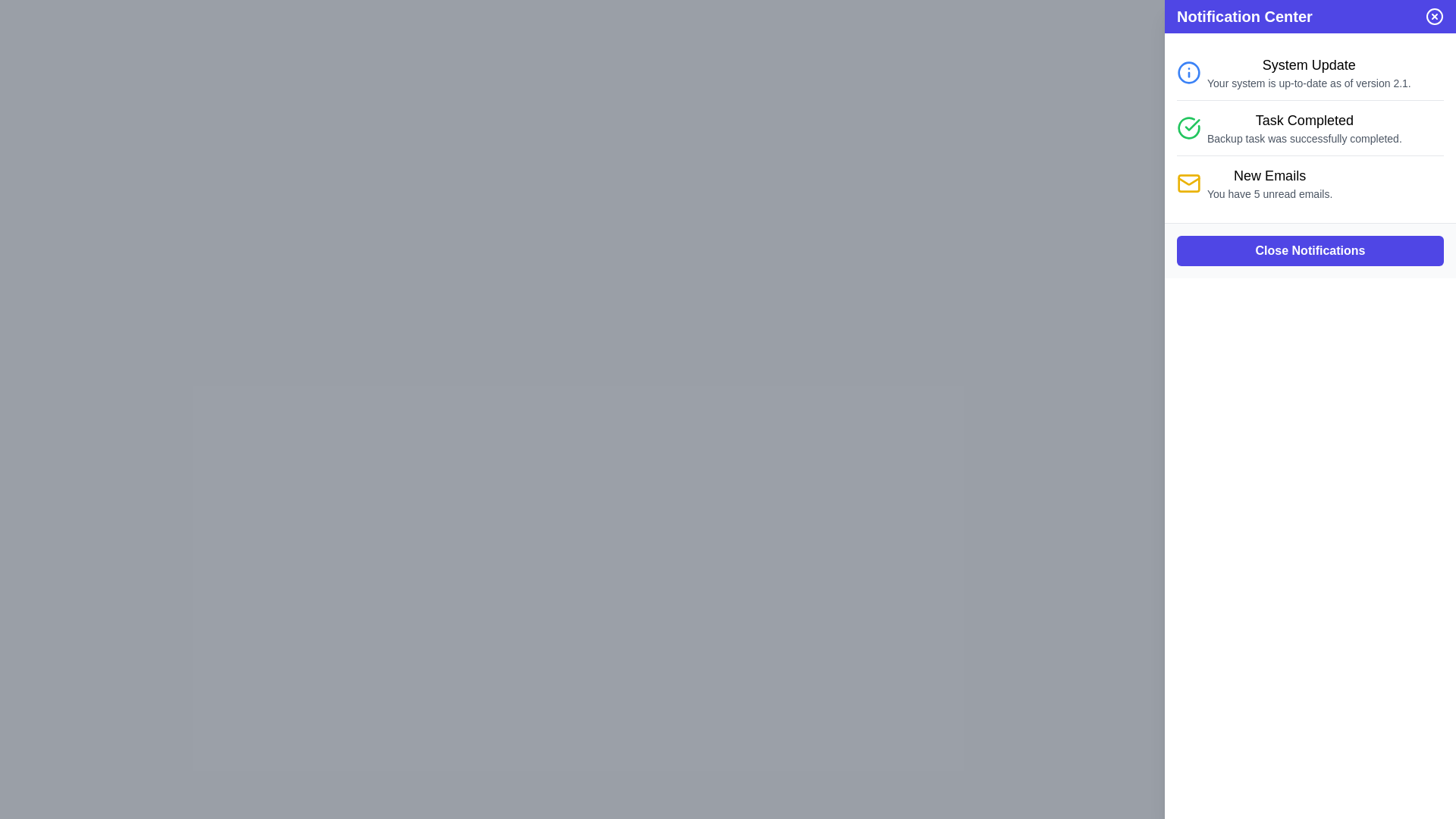 Image resolution: width=1456 pixels, height=819 pixels. What do you see at coordinates (1188, 183) in the screenshot?
I see `the yellow envelope icon representing the 'New Emails' notification in the Notification Center` at bounding box center [1188, 183].